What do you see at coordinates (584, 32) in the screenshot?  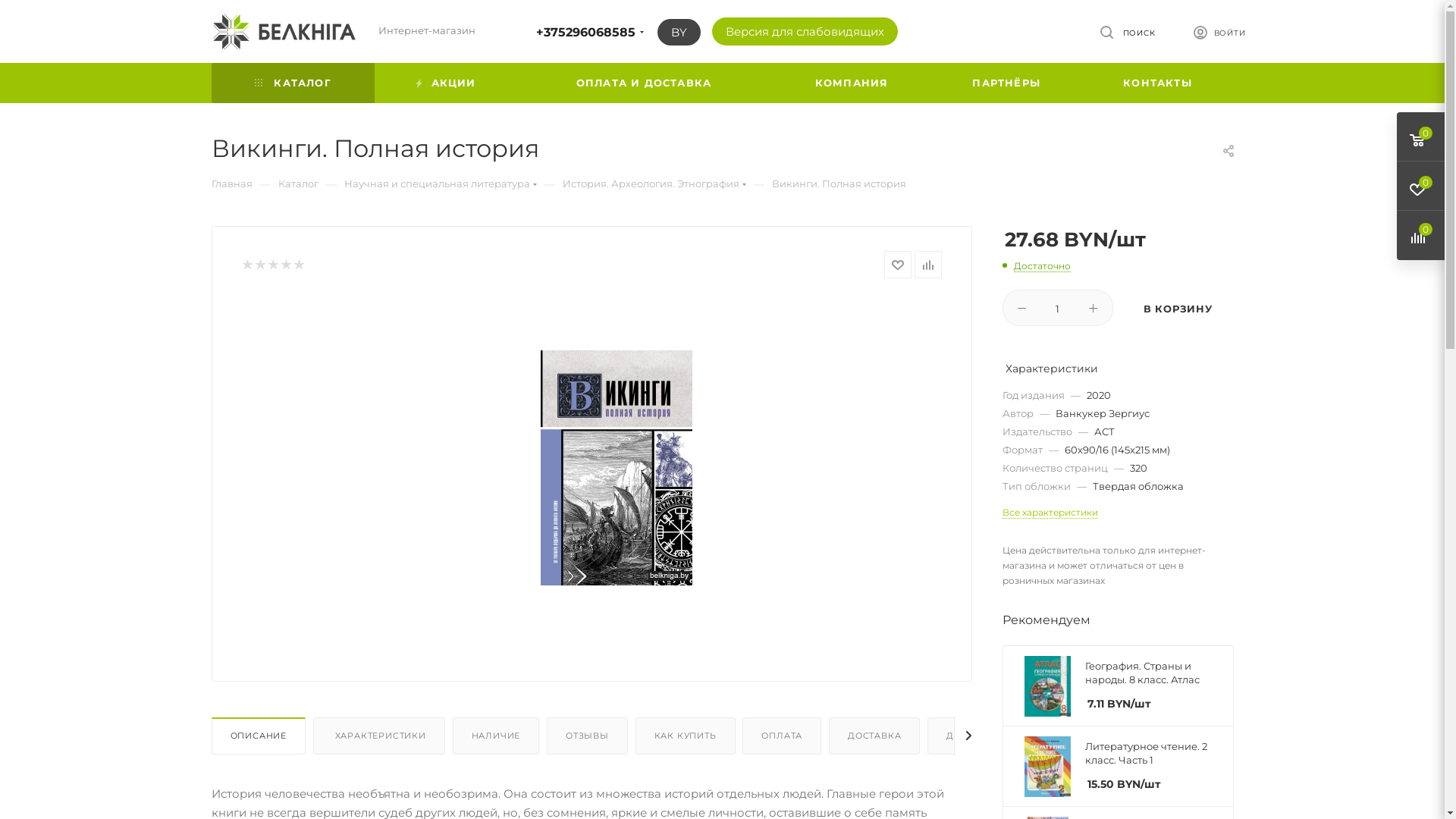 I see `'+375296068585'` at bounding box center [584, 32].